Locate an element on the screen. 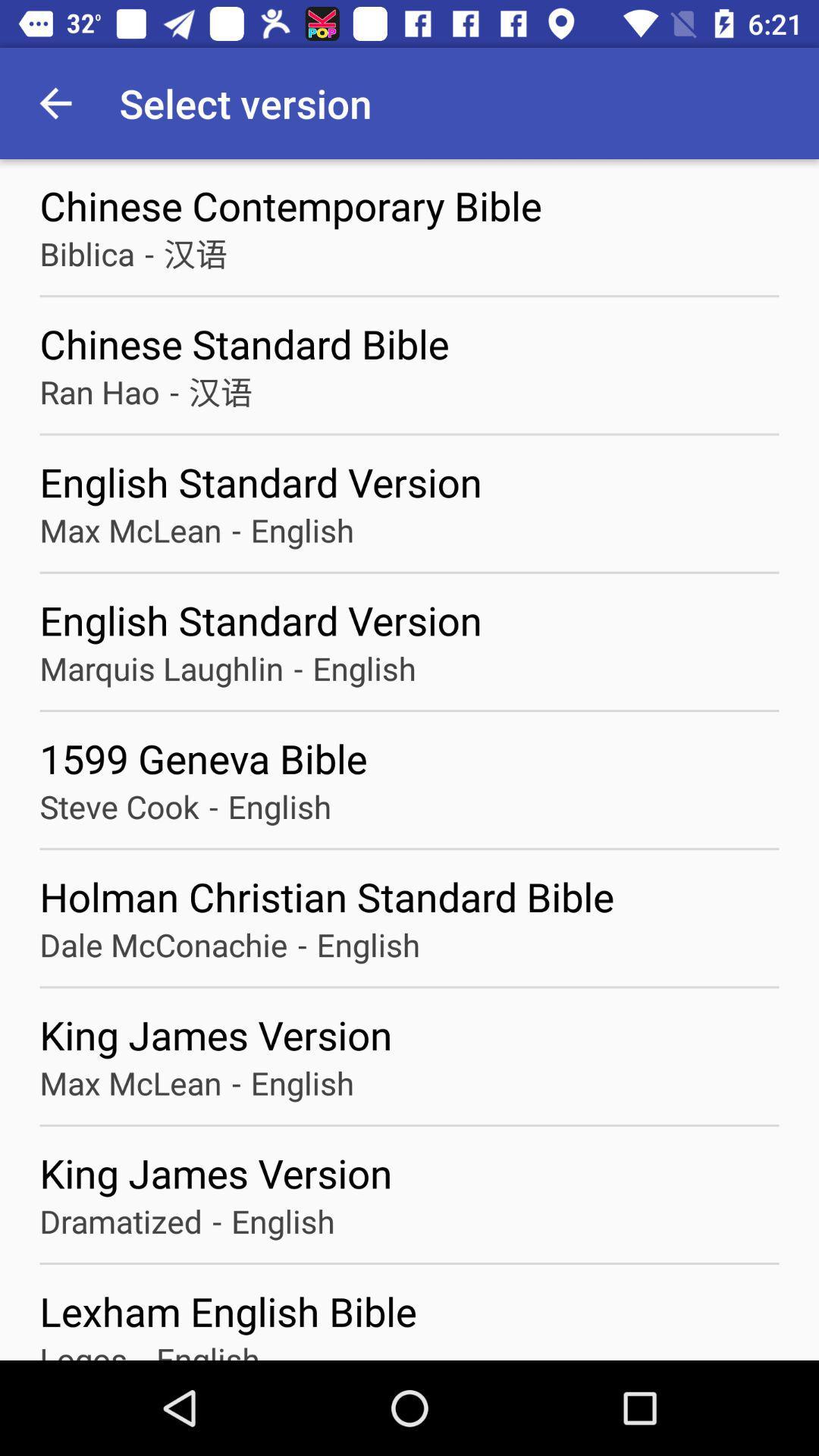 The width and height of the screenshot is (819, 1456). the item above the chinese contemporary bible icon is located at coordinates (55, 102).